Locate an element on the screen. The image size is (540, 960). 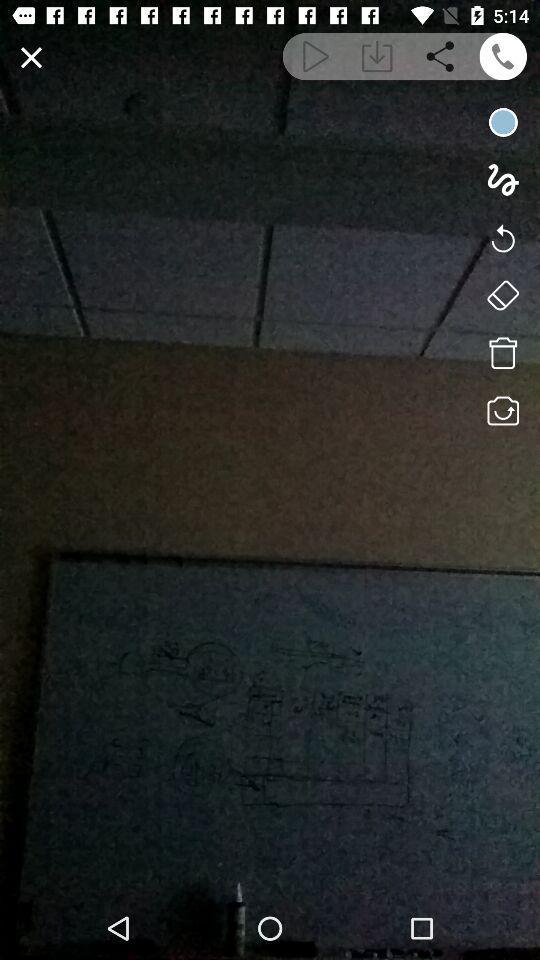
share menu is located at coordinates (440, 55).